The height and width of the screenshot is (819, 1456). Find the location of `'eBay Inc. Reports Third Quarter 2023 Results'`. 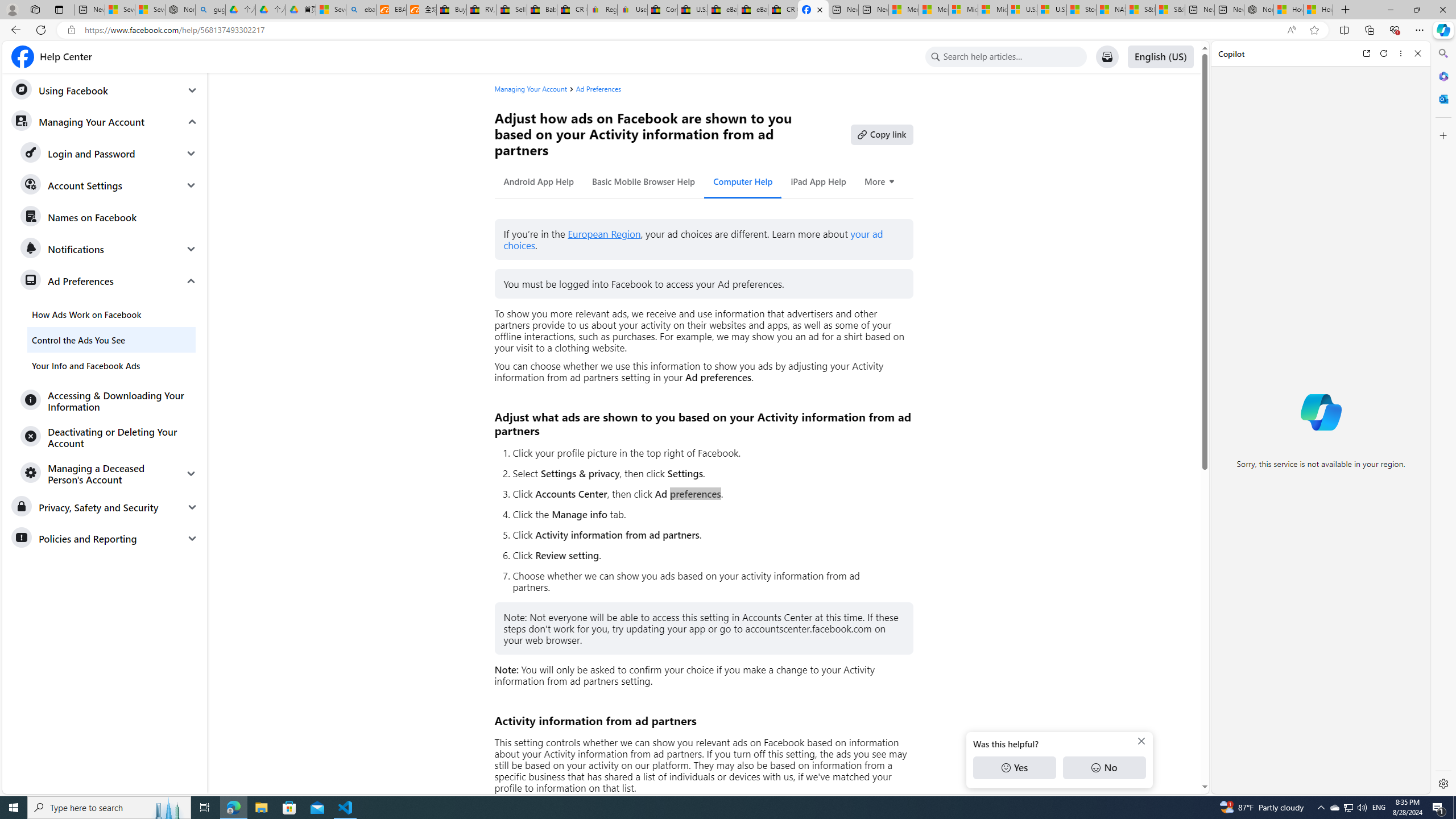

'eBay Inc. Reports Third Quarter 2023 Results' is located at coordinates (753, 9).